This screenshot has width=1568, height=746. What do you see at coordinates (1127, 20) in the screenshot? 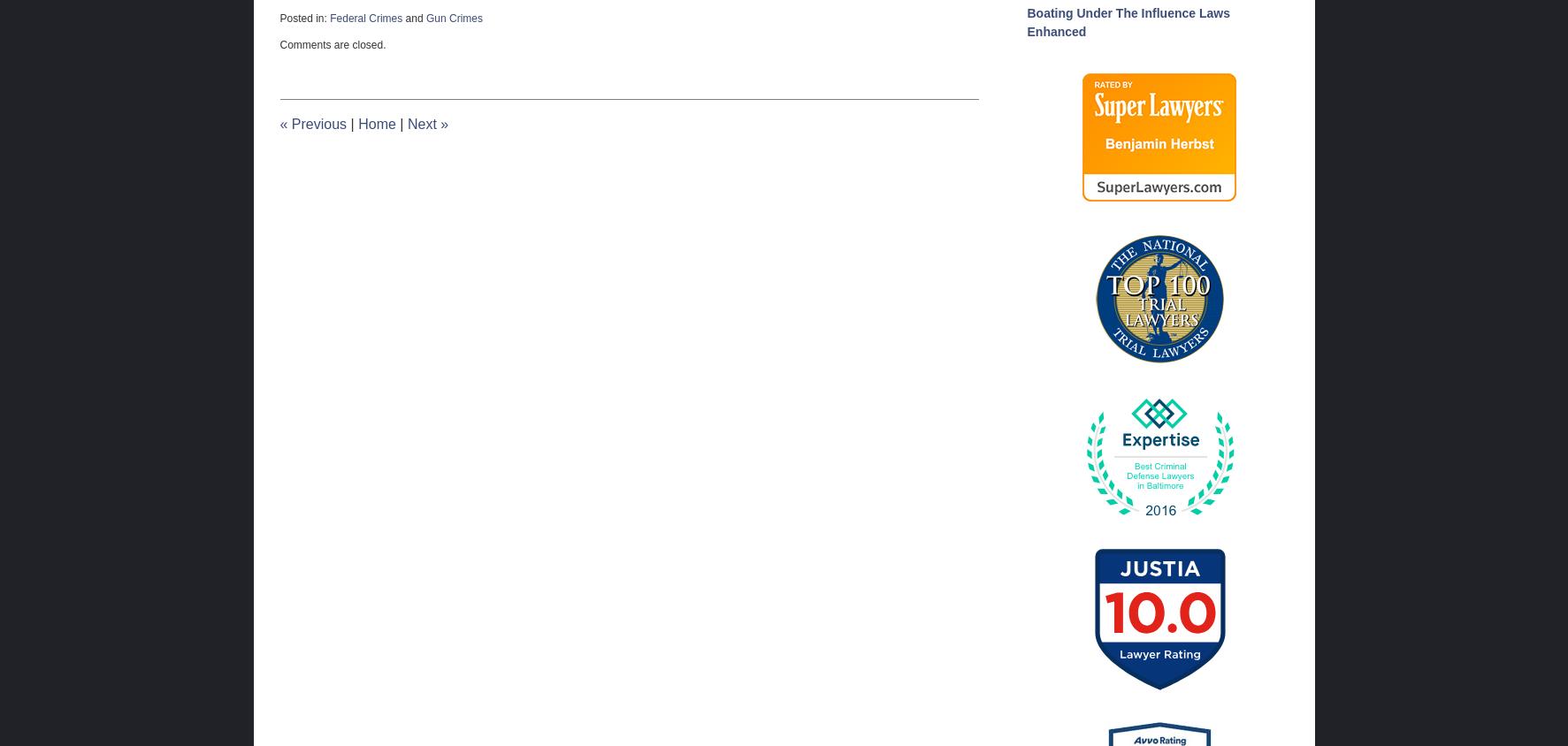
I see `'Boating Under the Influence Laws Enhanced'` at bounding box center [1127, 20].